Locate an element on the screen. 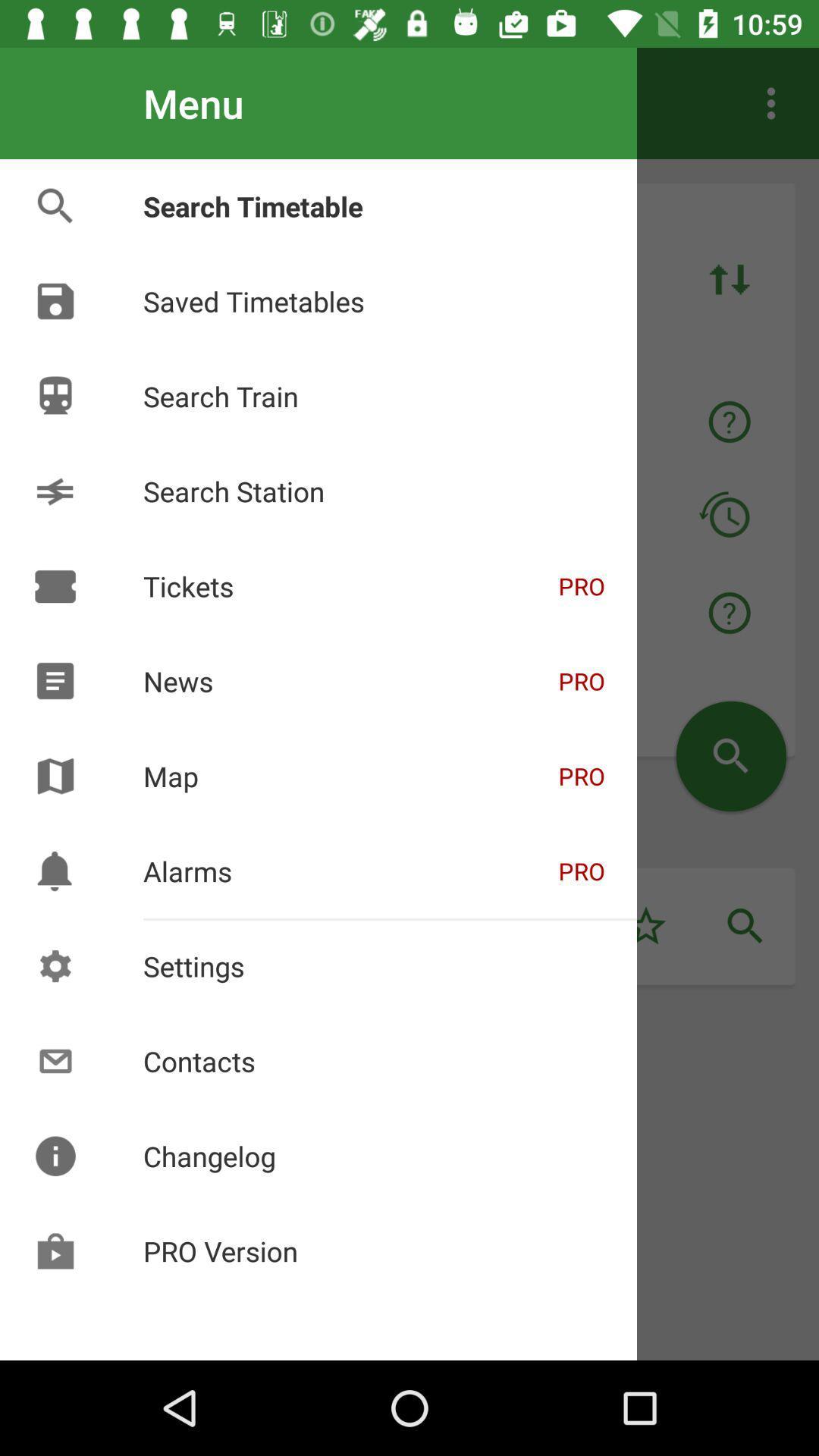 The image size is (819, 1456). second search icon in middle right of page is located at coordinates (745, 925).